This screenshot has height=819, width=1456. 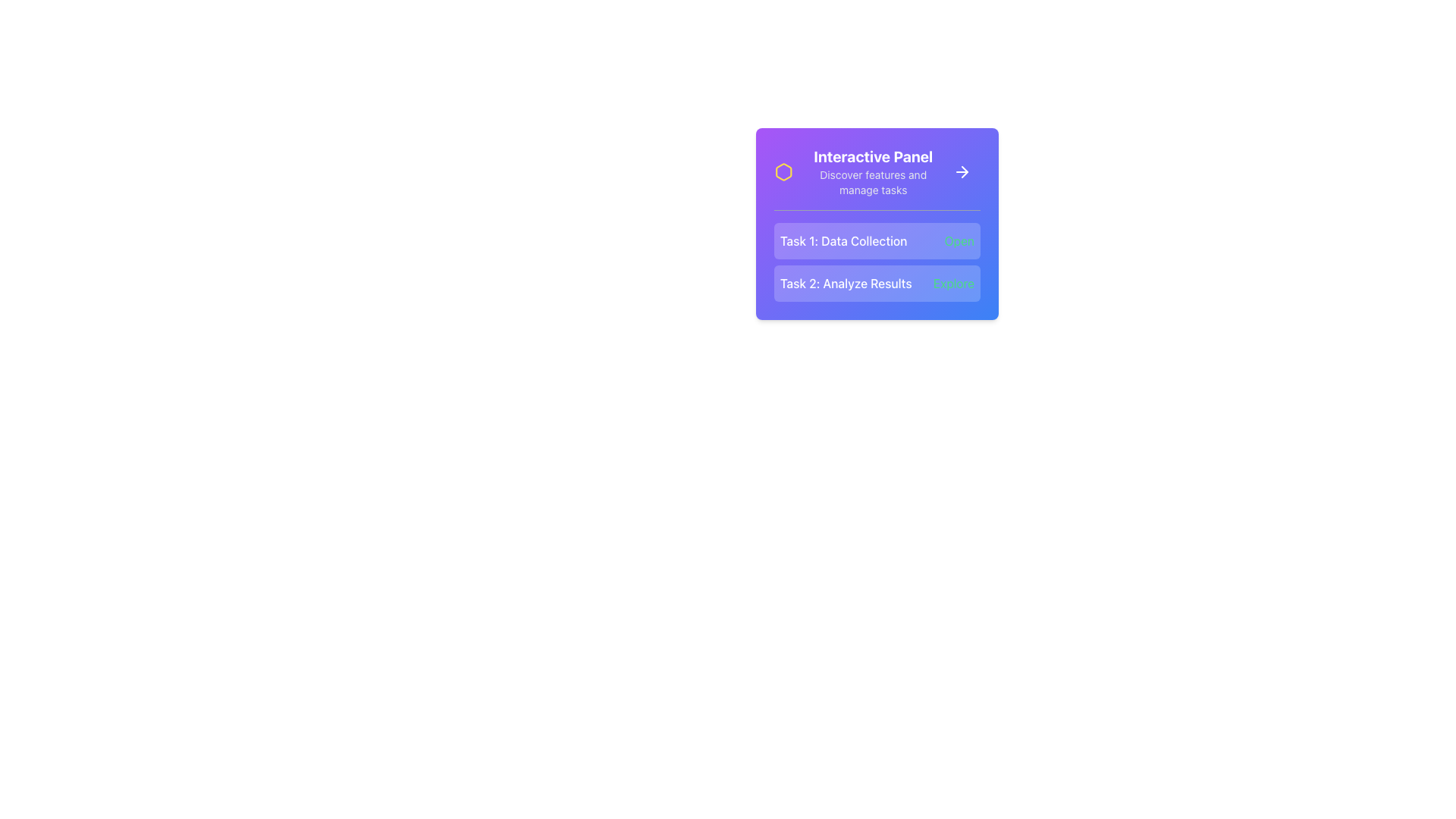 I want to click on the Arrow icon located in the top-right corner of the panel, adjacent to the title text, so click(x=964, y=171).